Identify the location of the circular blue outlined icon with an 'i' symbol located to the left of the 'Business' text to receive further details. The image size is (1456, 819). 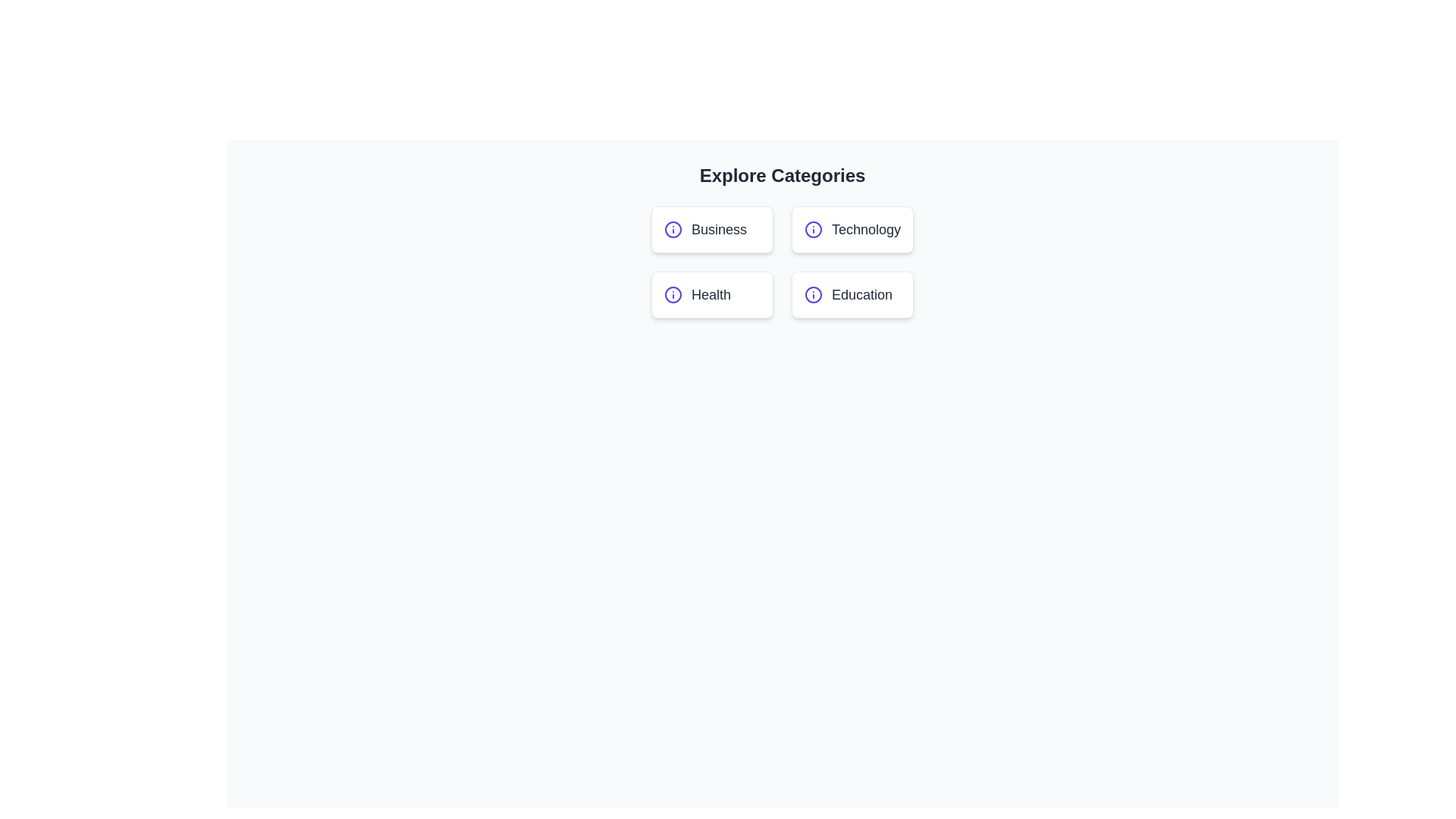
(673, 230).